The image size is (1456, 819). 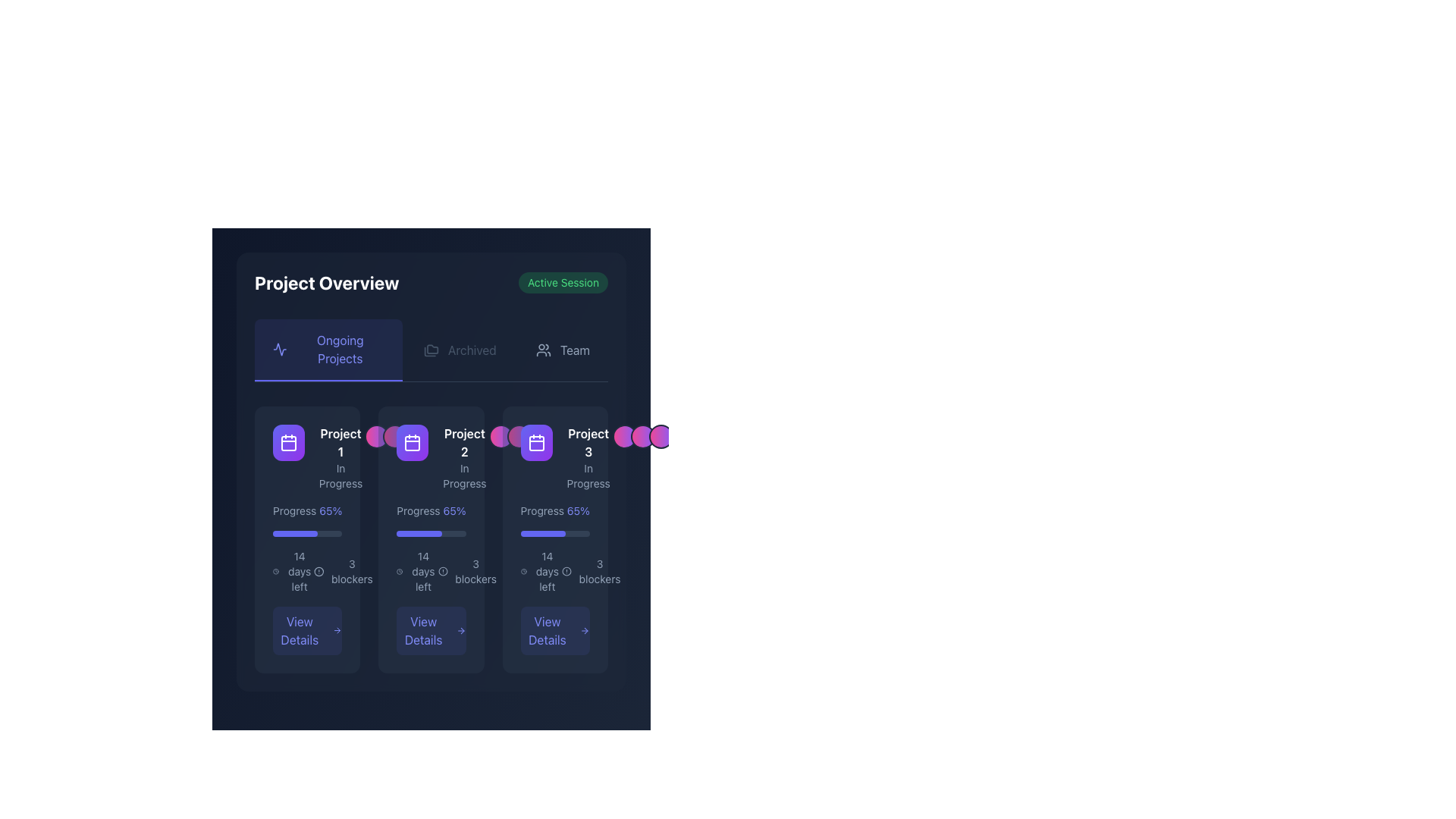 I want to click on the informational text with icons indicating project deadlines and potential issues located in the 'Project 2' section, which is the third row above the 'View Details' button, so click(x=430, y=571).